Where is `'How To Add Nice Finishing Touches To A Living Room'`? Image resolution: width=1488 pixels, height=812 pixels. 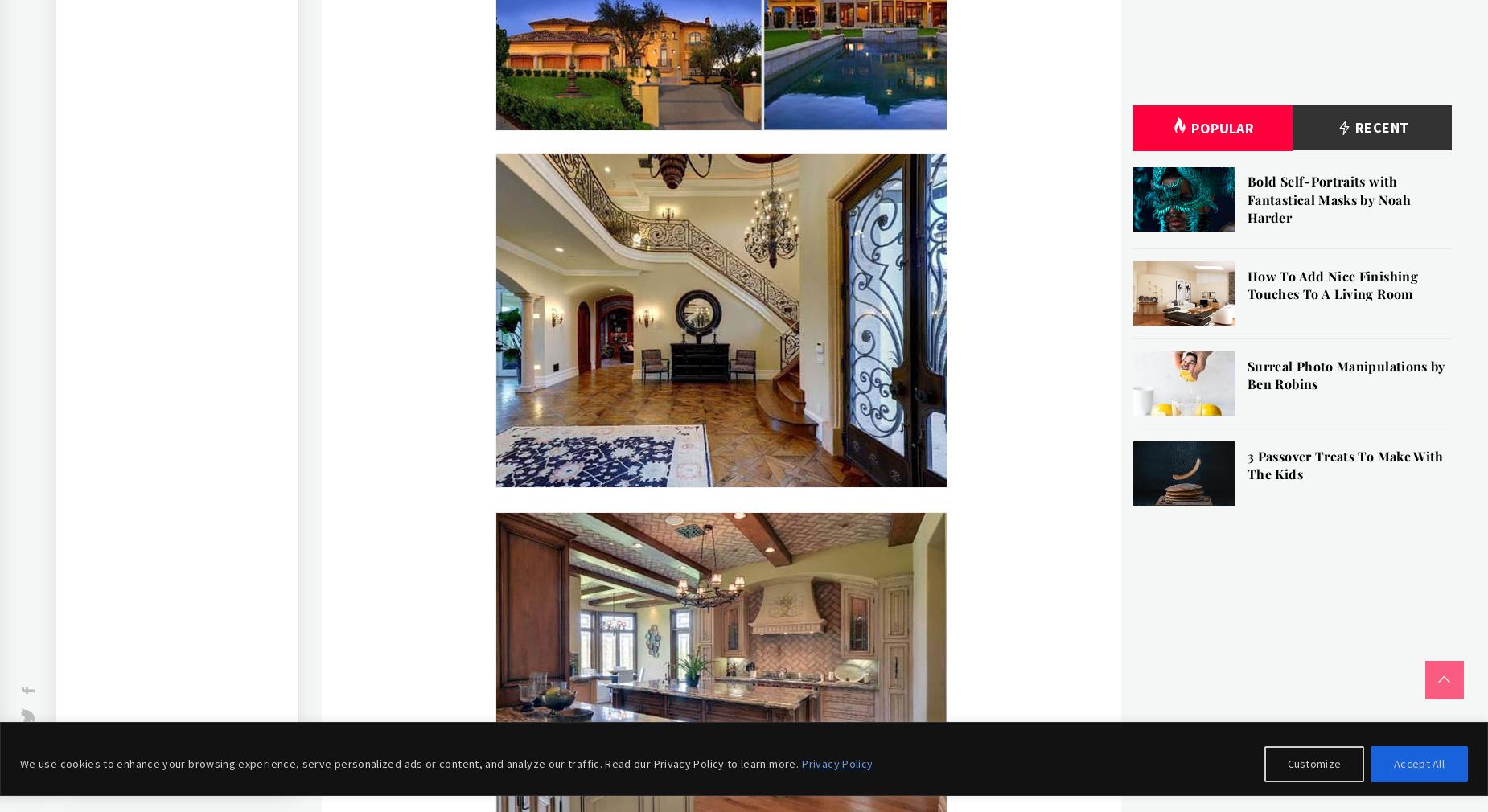
'How To Add Nice Finishing Touches To A Living Room' is located at coordinates (1246, 284).